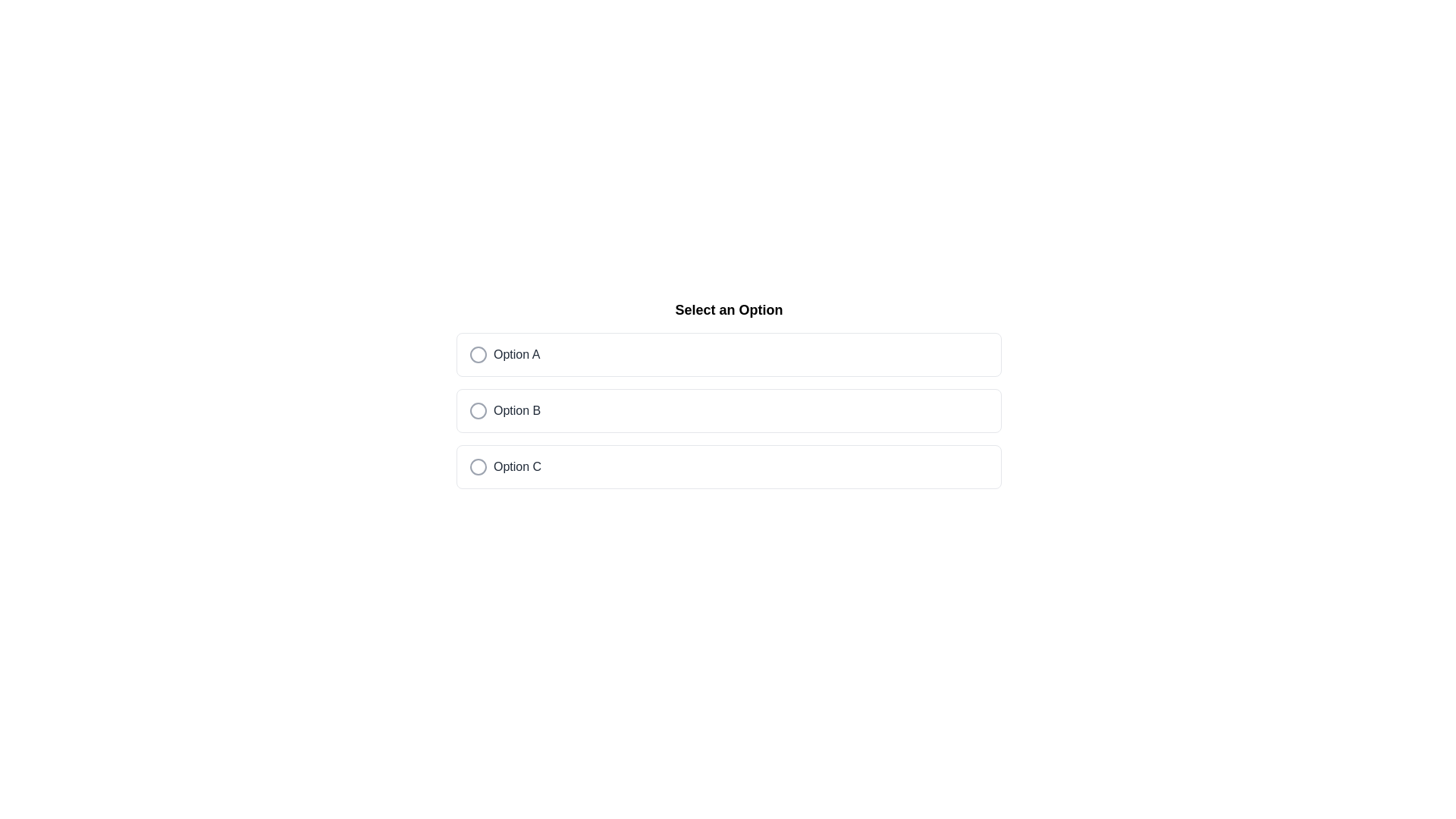 The image size is (1456, 819). Describe the element at coordinates (517, 411) in the screenshot. I see `the text label displaying 'Option B', which is styled in dark gray and is part of a selection interface located below the heading 'Select an Option'` at that location.